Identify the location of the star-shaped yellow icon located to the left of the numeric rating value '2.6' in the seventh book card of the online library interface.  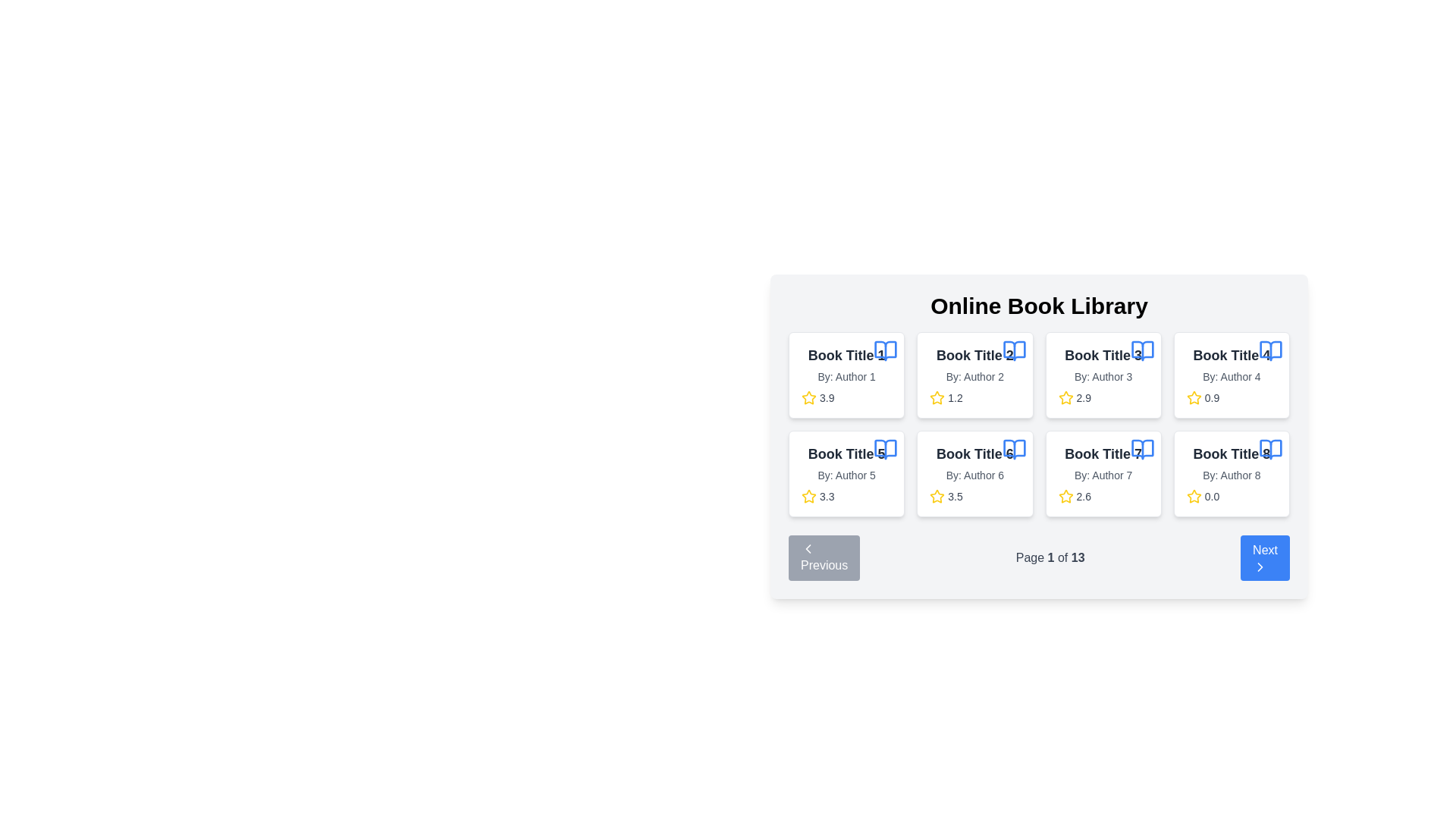
(1065, 497).